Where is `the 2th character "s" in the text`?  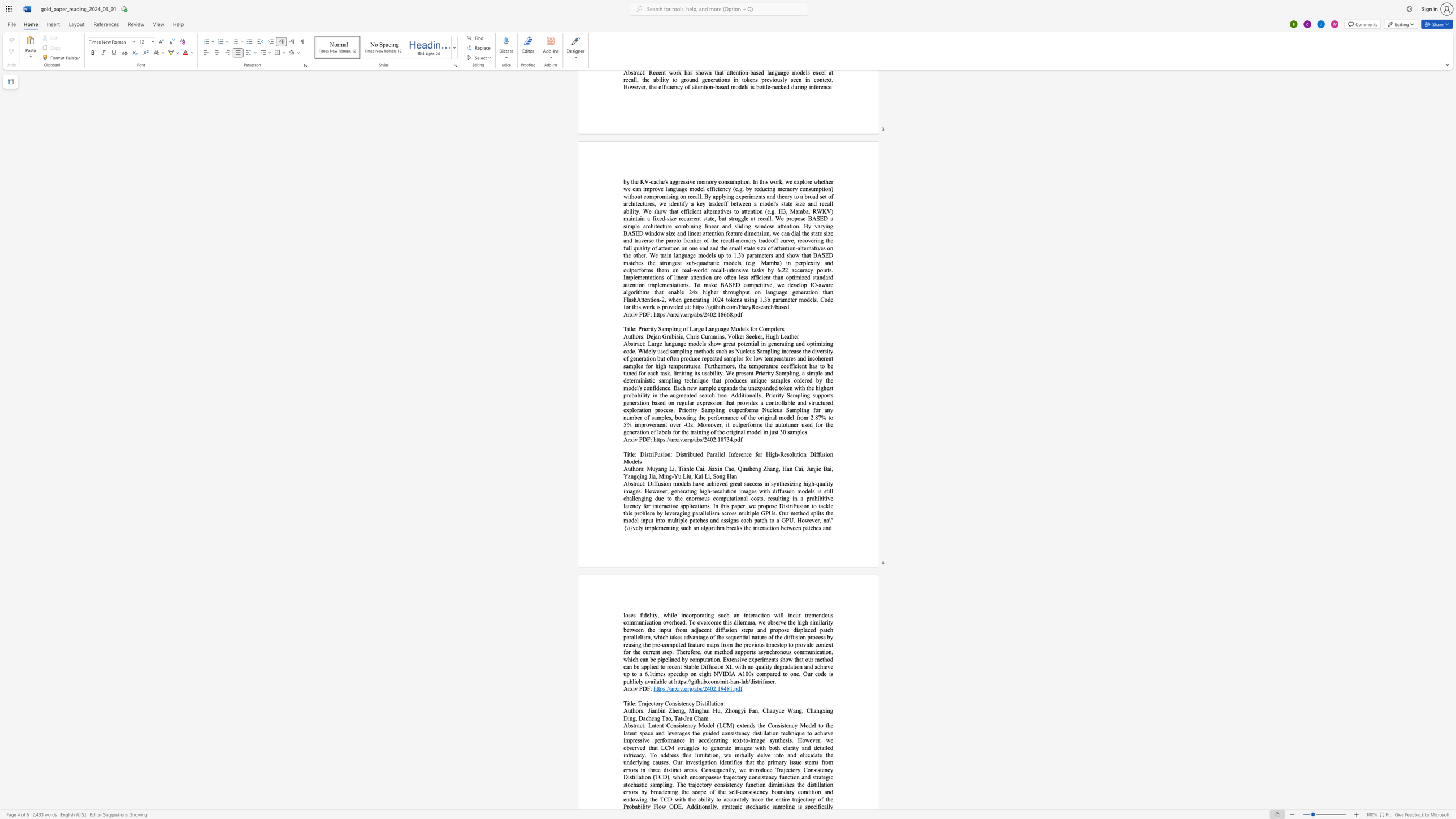 the 2th character "s" in the text is located at coordinates (700, 439).